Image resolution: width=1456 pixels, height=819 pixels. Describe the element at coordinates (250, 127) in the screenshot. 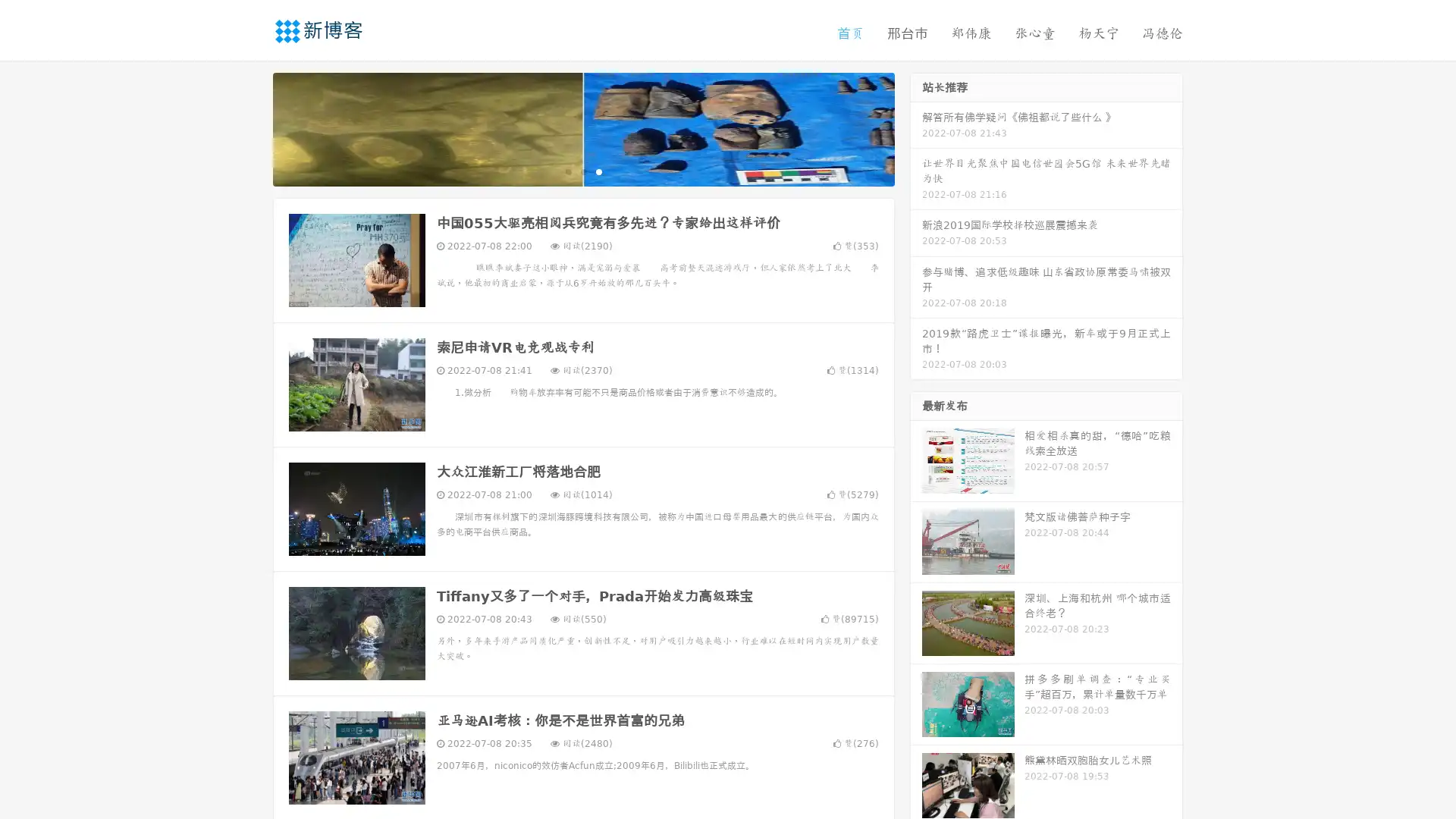

I see `Previous slide` at that location.